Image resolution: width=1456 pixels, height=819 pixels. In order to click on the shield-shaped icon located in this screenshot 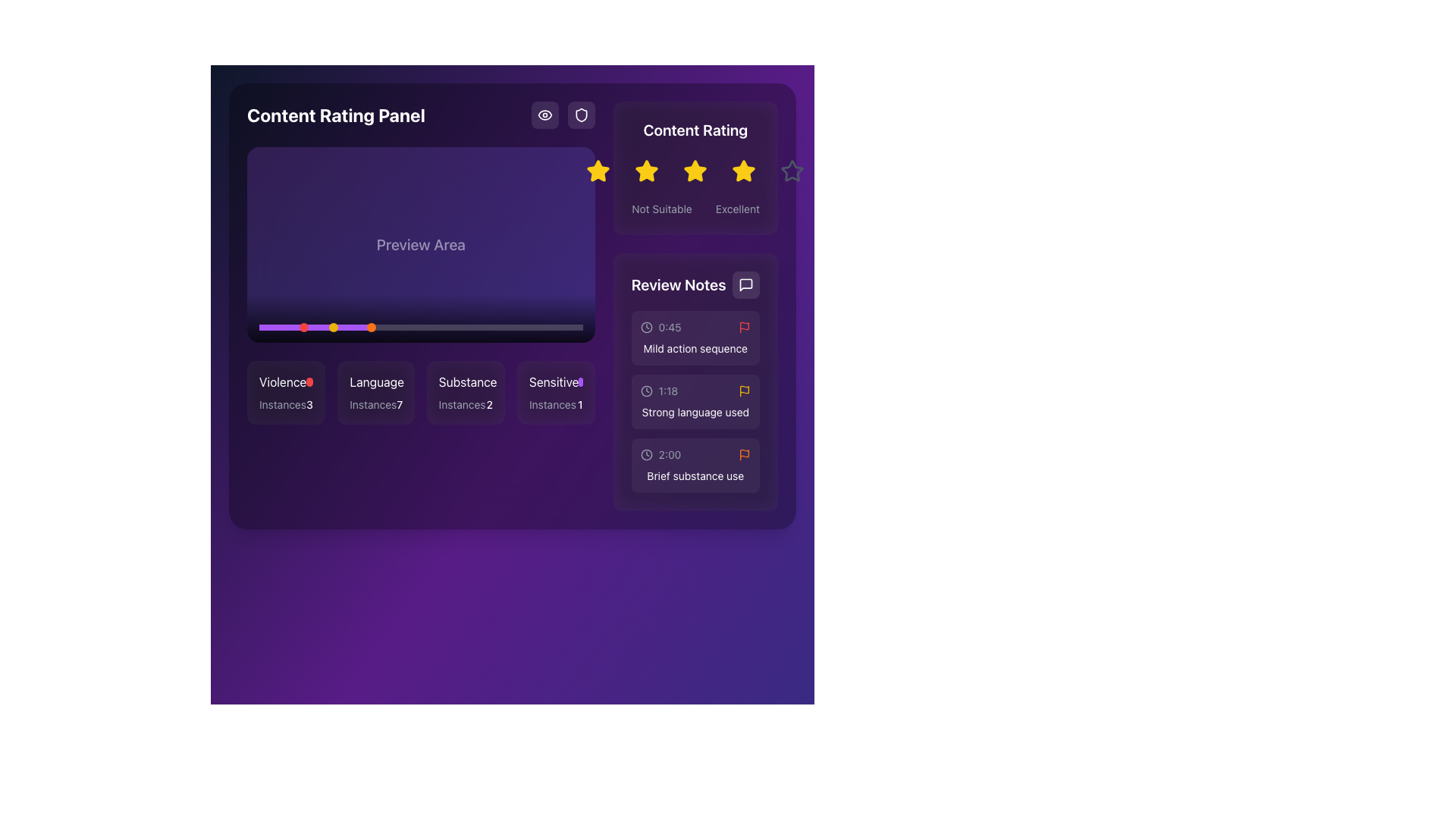, I will do `click(580, 114)`.